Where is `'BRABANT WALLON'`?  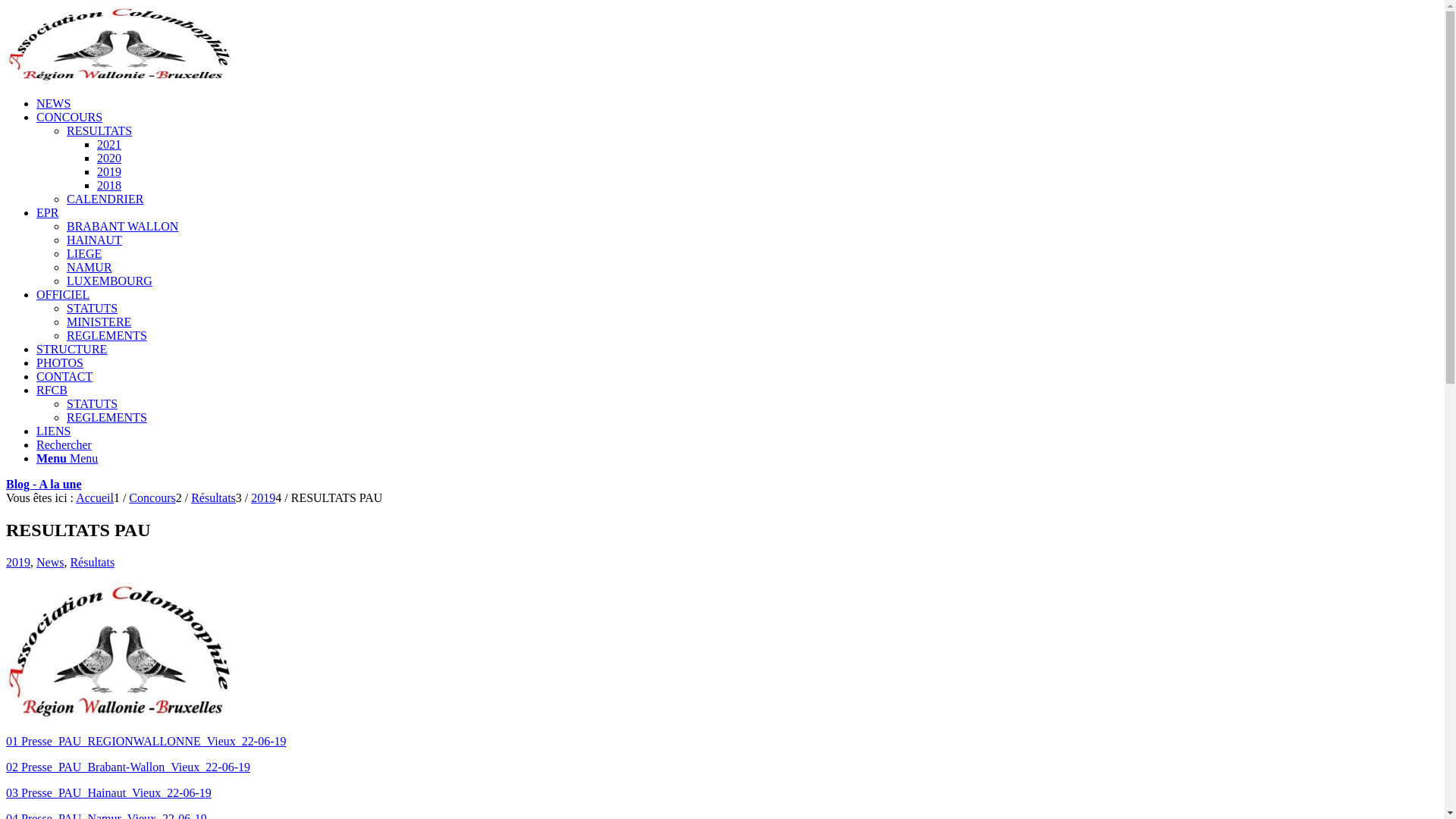 'BRABANT WALLON' is located at coordinates (65, 226).